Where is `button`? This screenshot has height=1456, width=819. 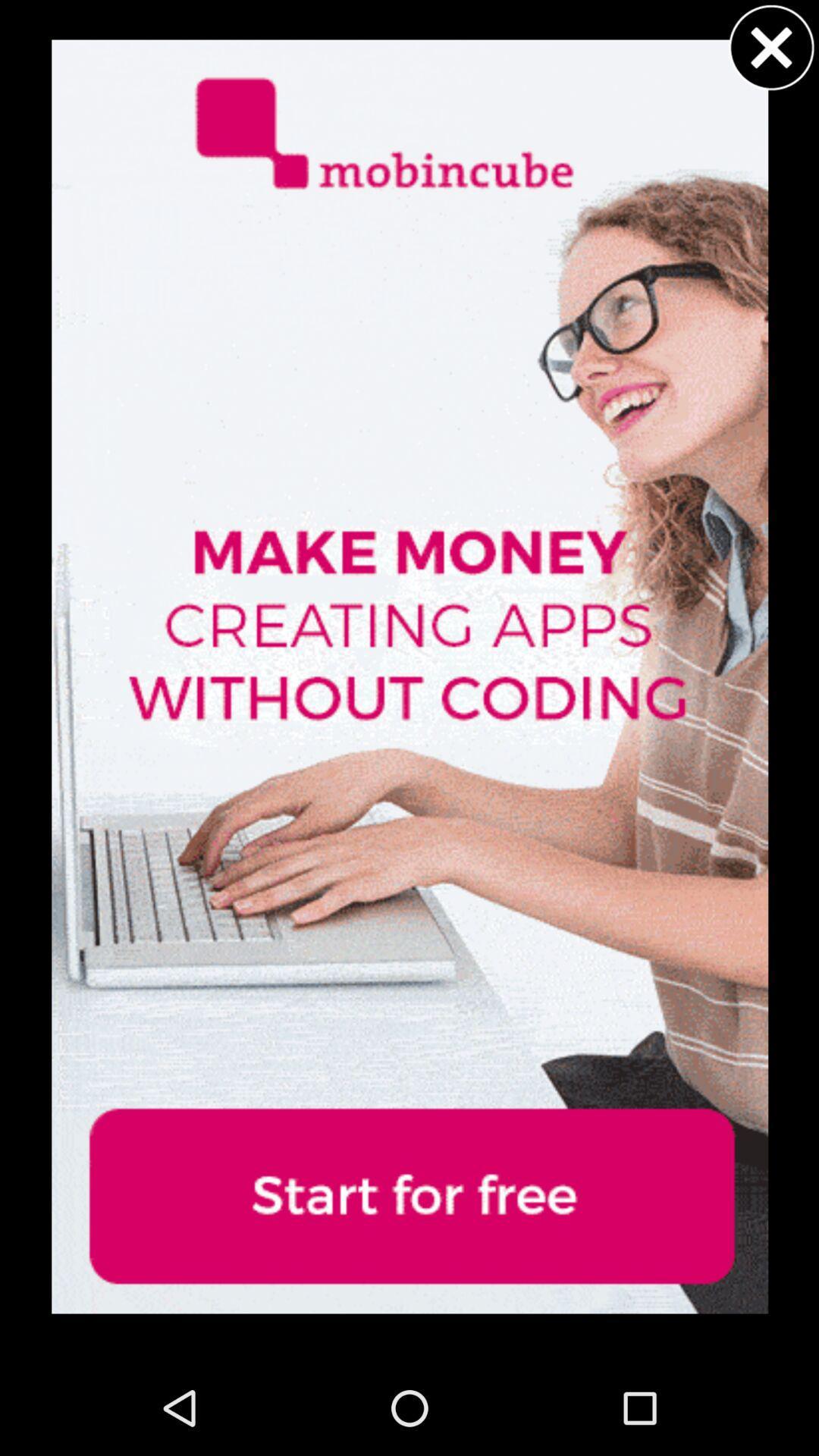
button is located at coordinates (771, 47).